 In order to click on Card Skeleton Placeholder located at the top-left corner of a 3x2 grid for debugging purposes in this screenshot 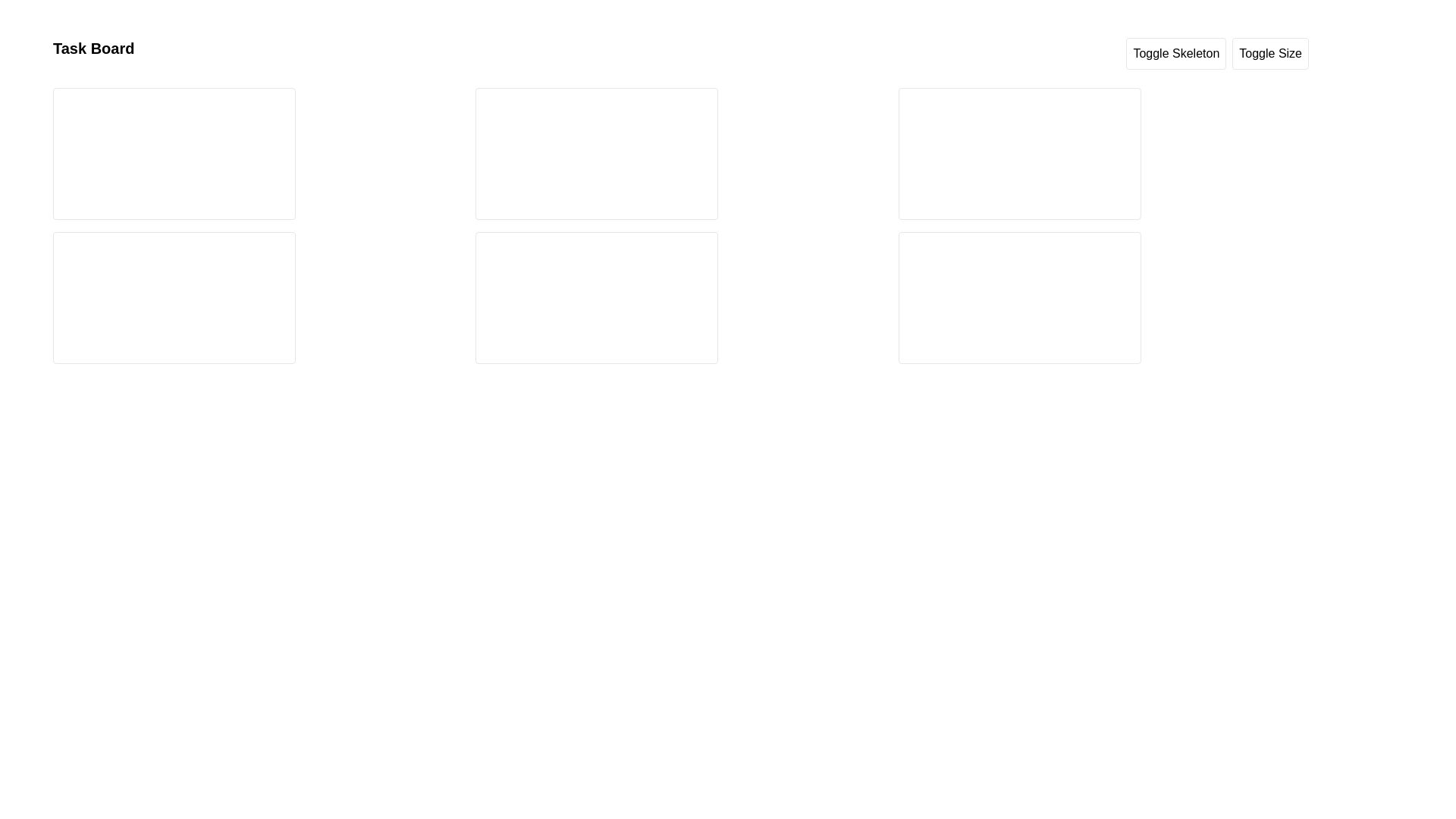, I will do `click(174, 154)`.